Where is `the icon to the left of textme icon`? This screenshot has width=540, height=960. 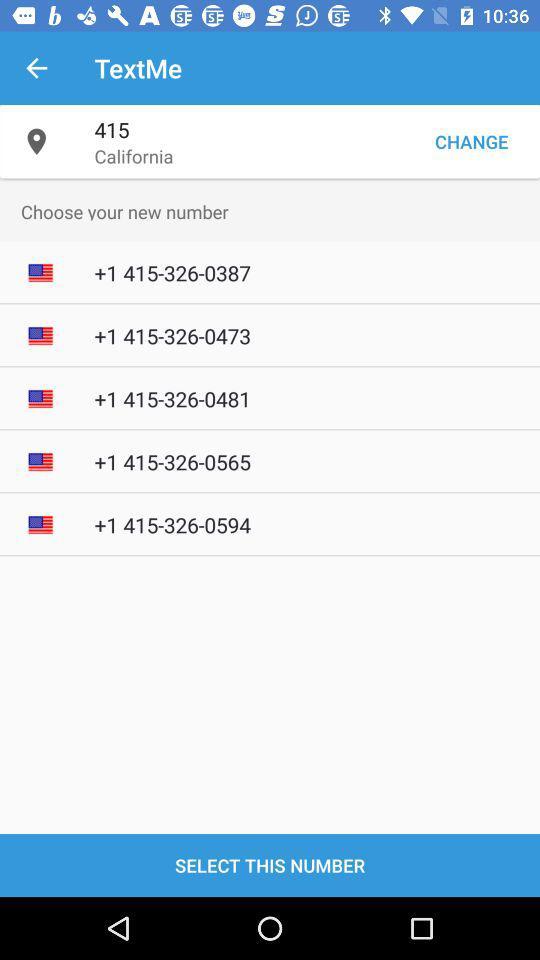 the icon to the left of textme icon is located at coordinates (36, 68).